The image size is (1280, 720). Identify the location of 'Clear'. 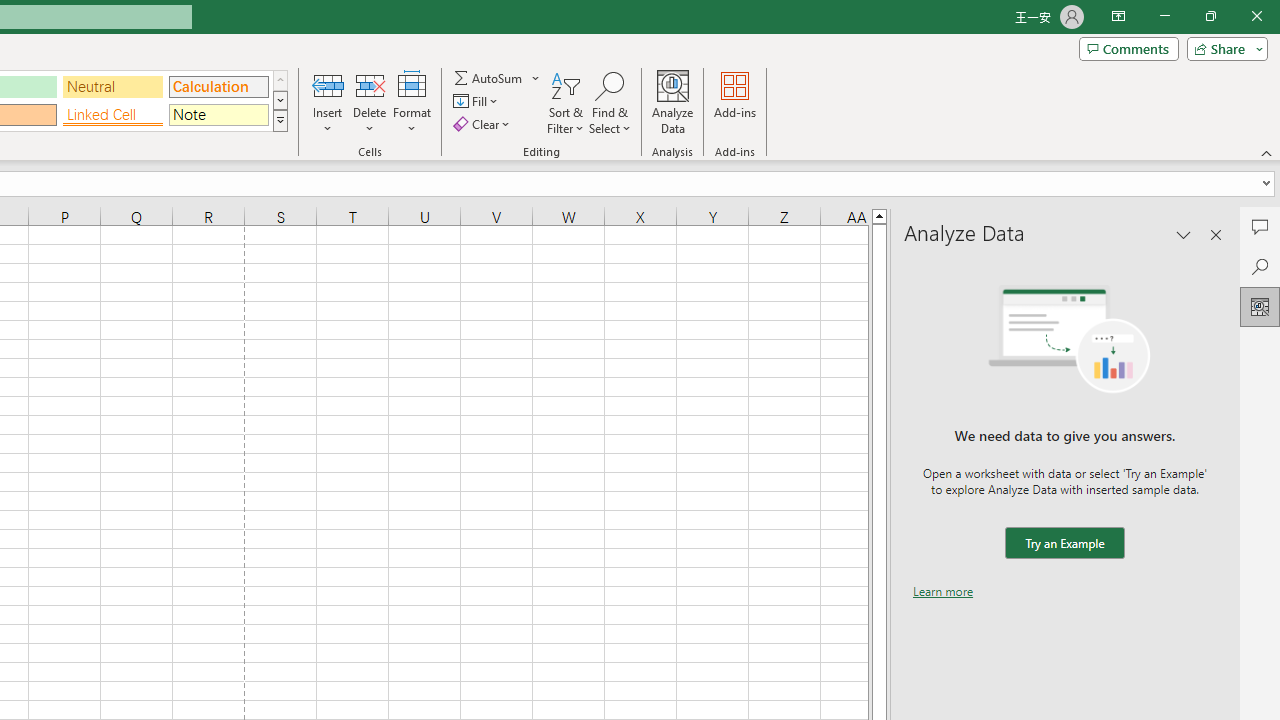
(483, 124).